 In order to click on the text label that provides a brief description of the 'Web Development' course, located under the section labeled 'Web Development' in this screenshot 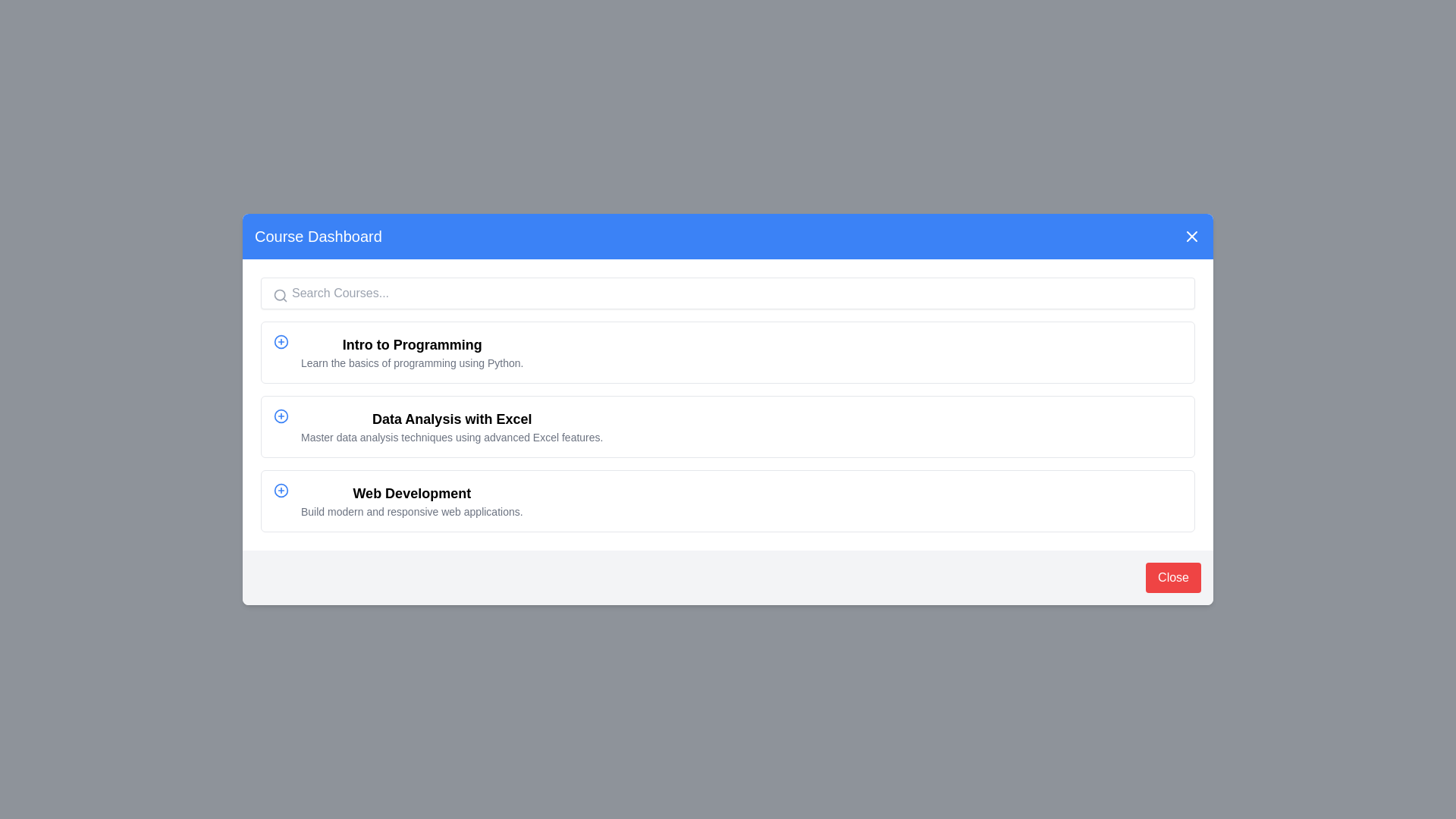, I will do `click(412, 512)`.